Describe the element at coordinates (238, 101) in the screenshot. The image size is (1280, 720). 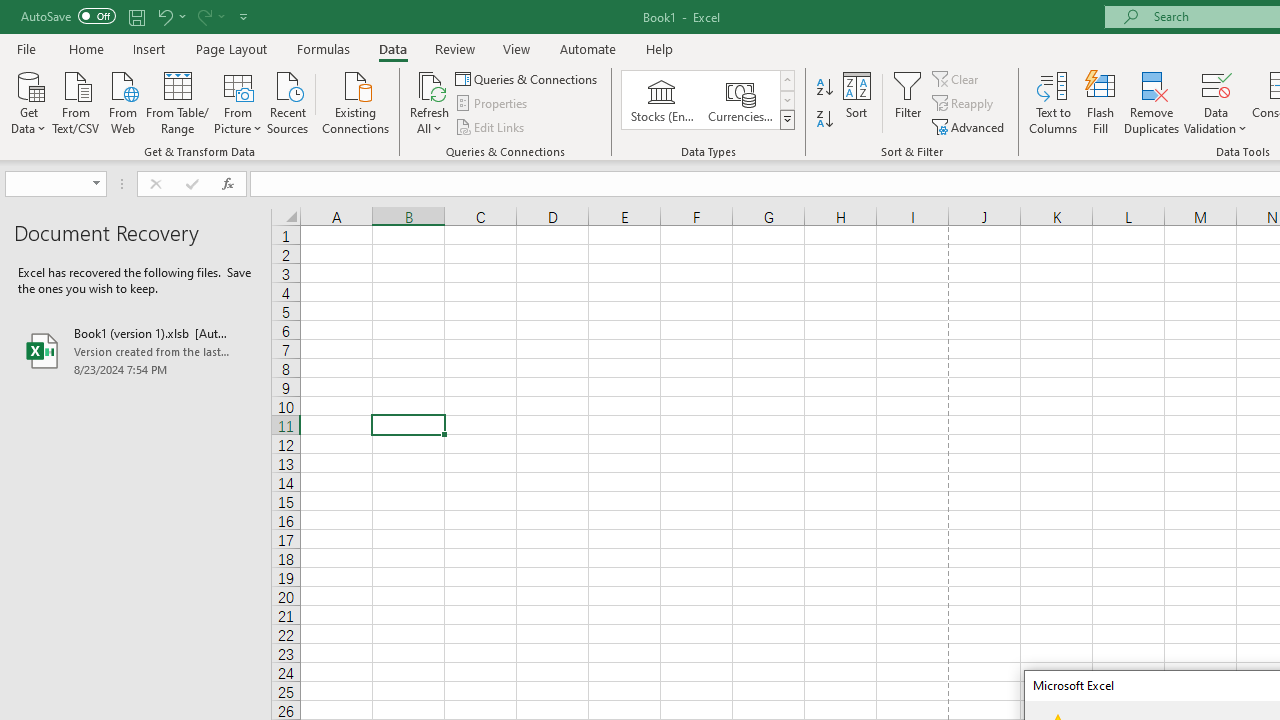
I see `'From Picture'` at that location.